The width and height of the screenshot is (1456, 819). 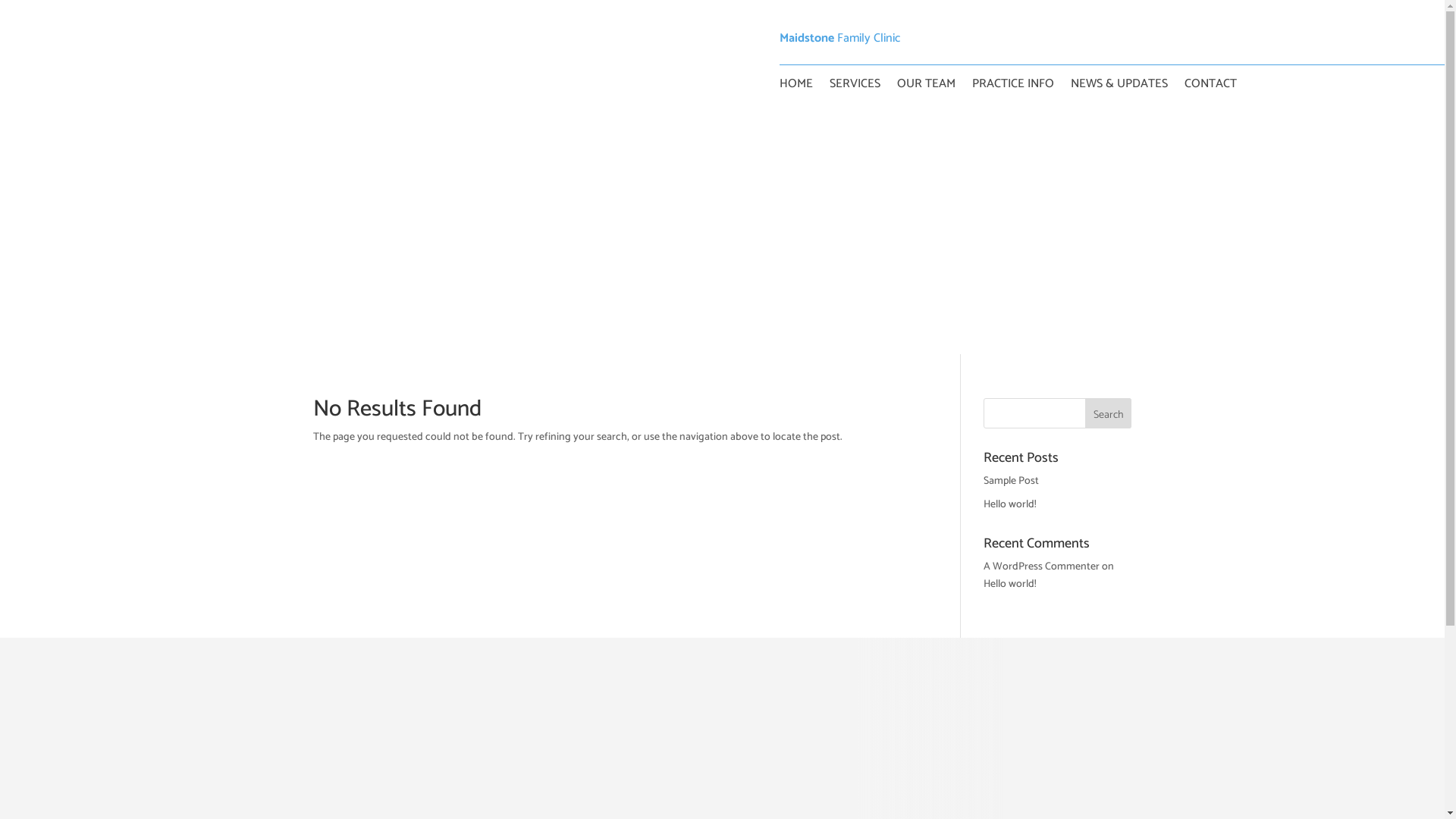 I want to click on 'Hello world!', so click(x=983, y=504).